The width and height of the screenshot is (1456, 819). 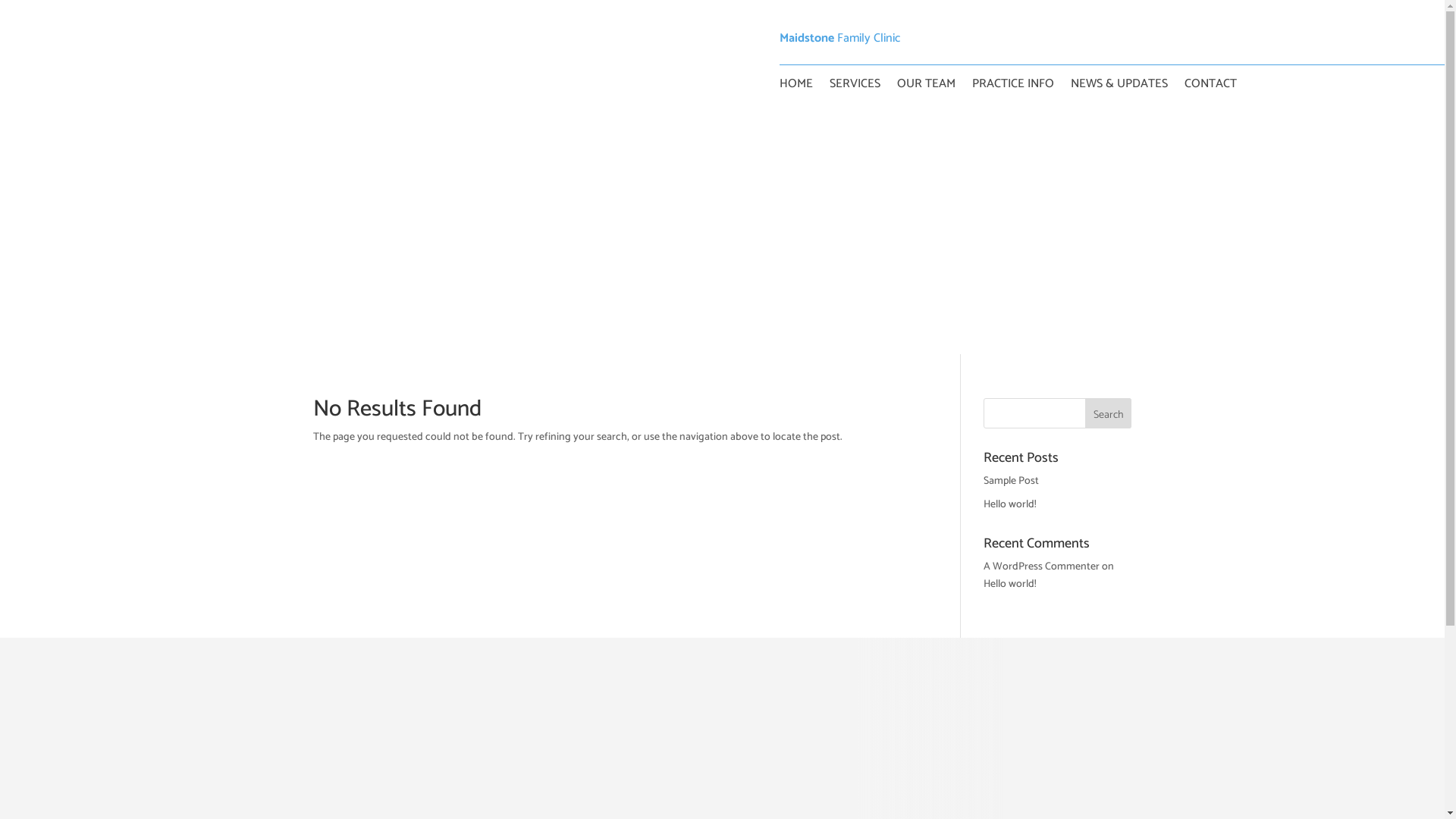 I want to click on 'Hello world!', so click(x=983, y=504).